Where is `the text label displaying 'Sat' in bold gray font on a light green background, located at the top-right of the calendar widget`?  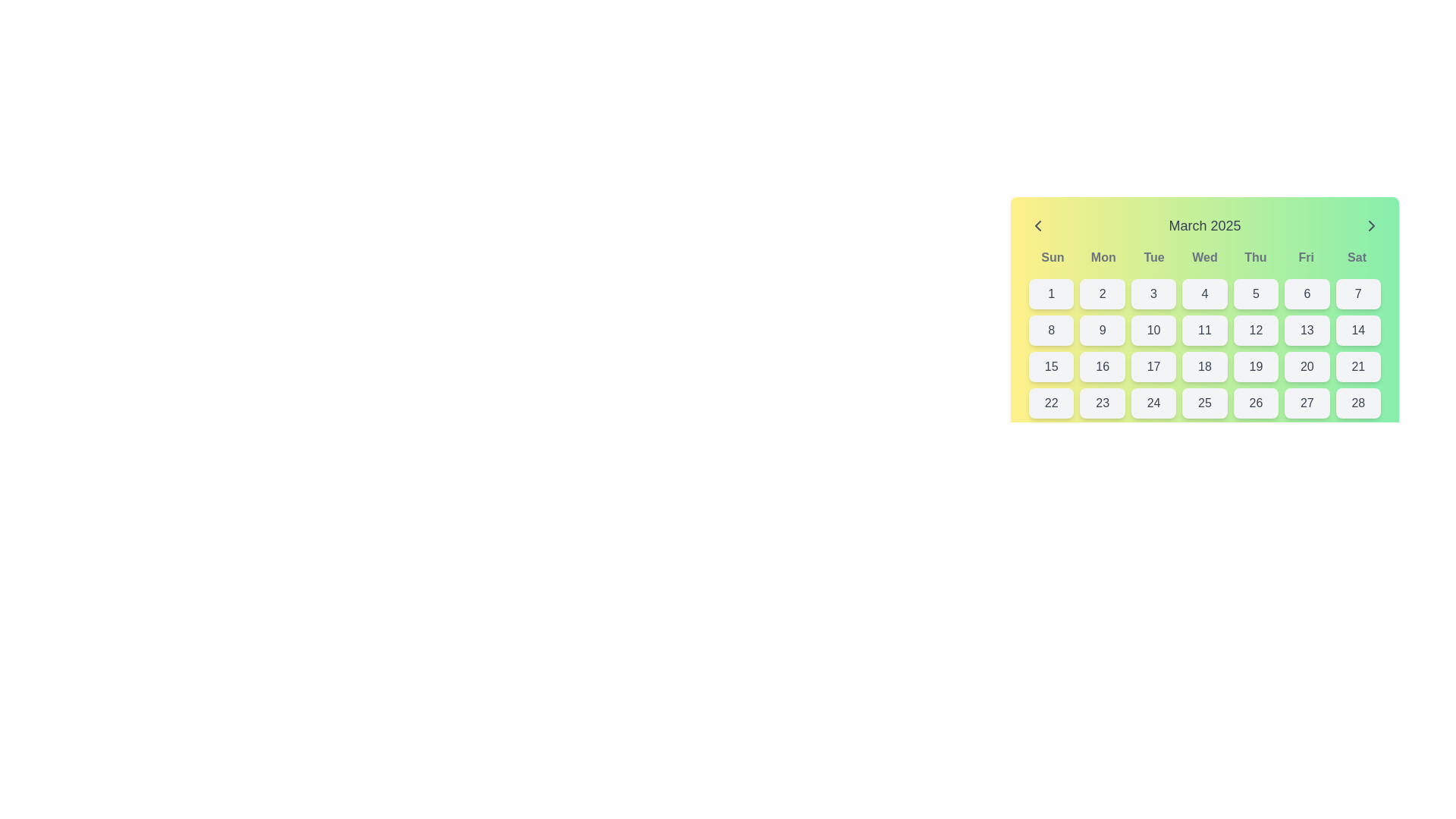
the text label displaying 'Sat' in bold gray font on a light green background, located at the top-right of the calendar widget is located at coordinates (1357, 256).